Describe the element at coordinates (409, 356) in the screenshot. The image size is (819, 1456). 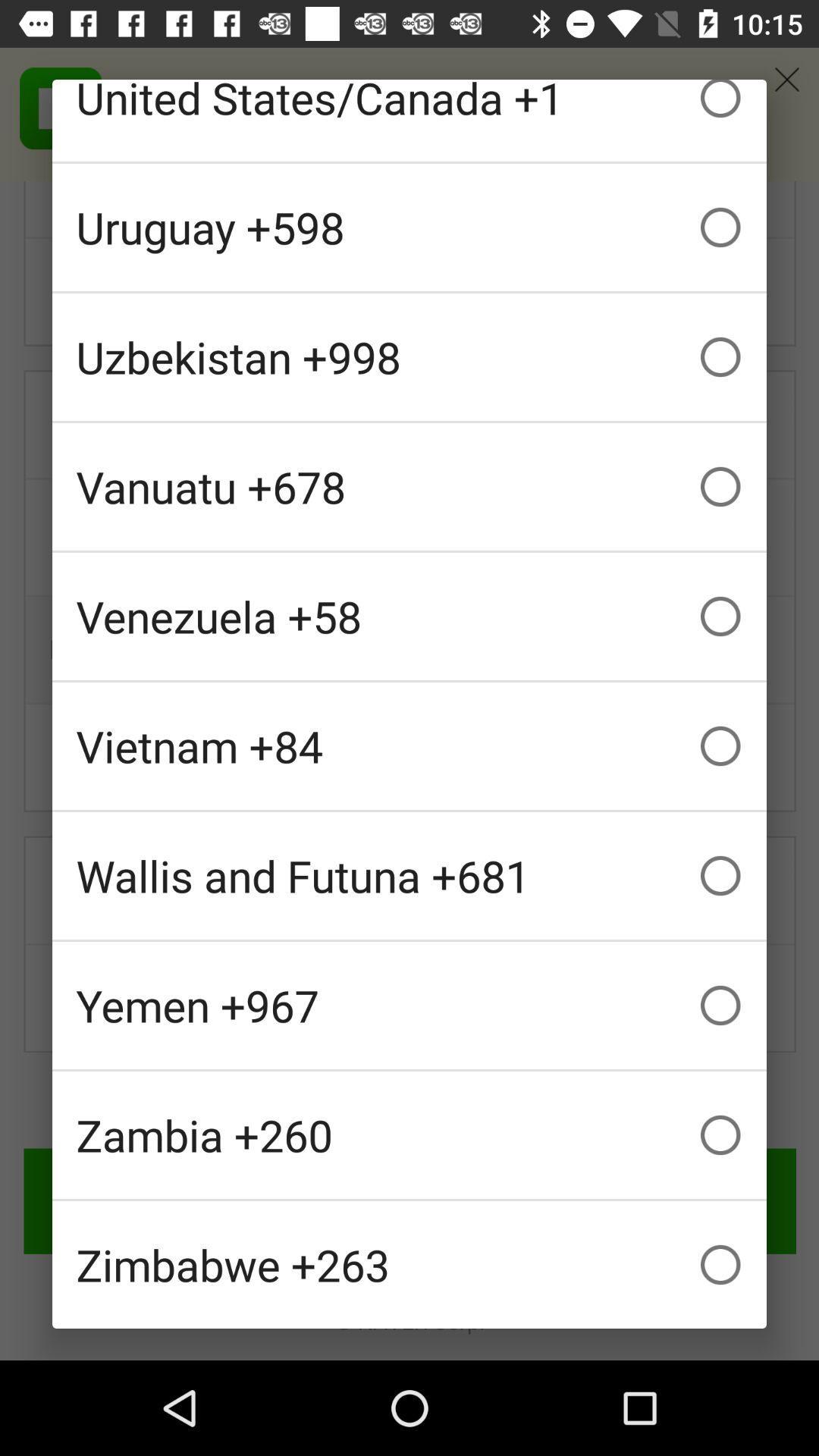
I see `uzbekistan +998` at that location.